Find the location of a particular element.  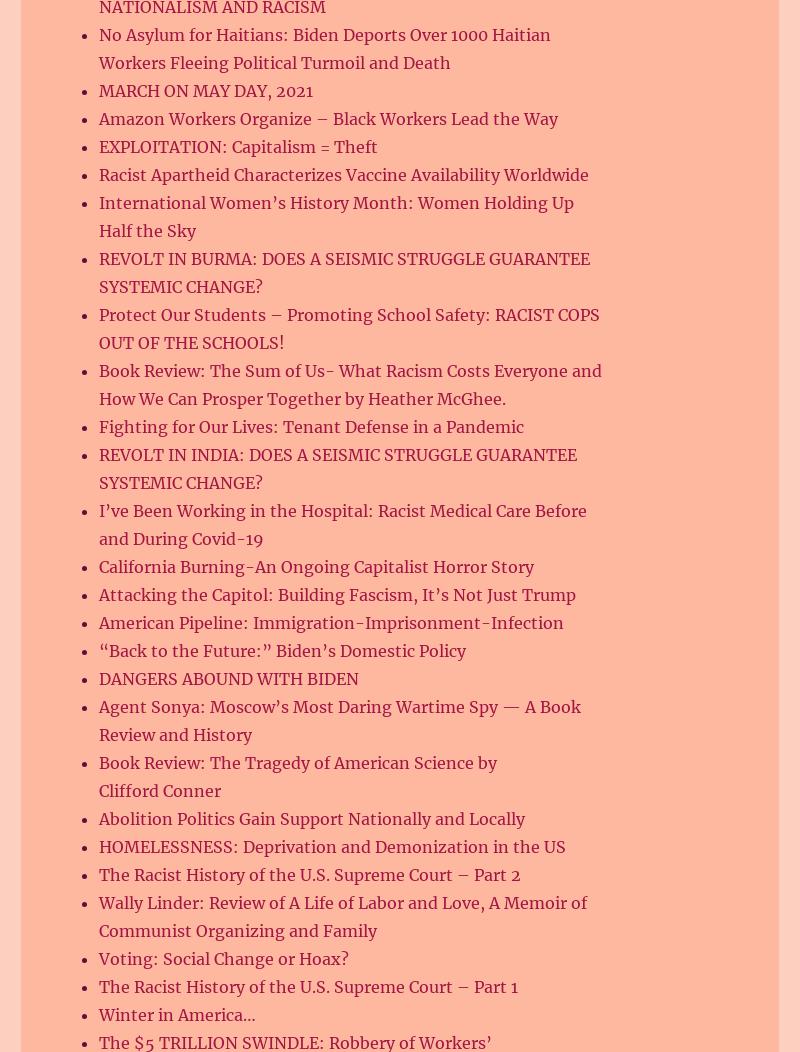

'I’ve Been Working in the Hospital: Racist Medical Care Before and During Covid-19' is located at coordinates (343, 523).